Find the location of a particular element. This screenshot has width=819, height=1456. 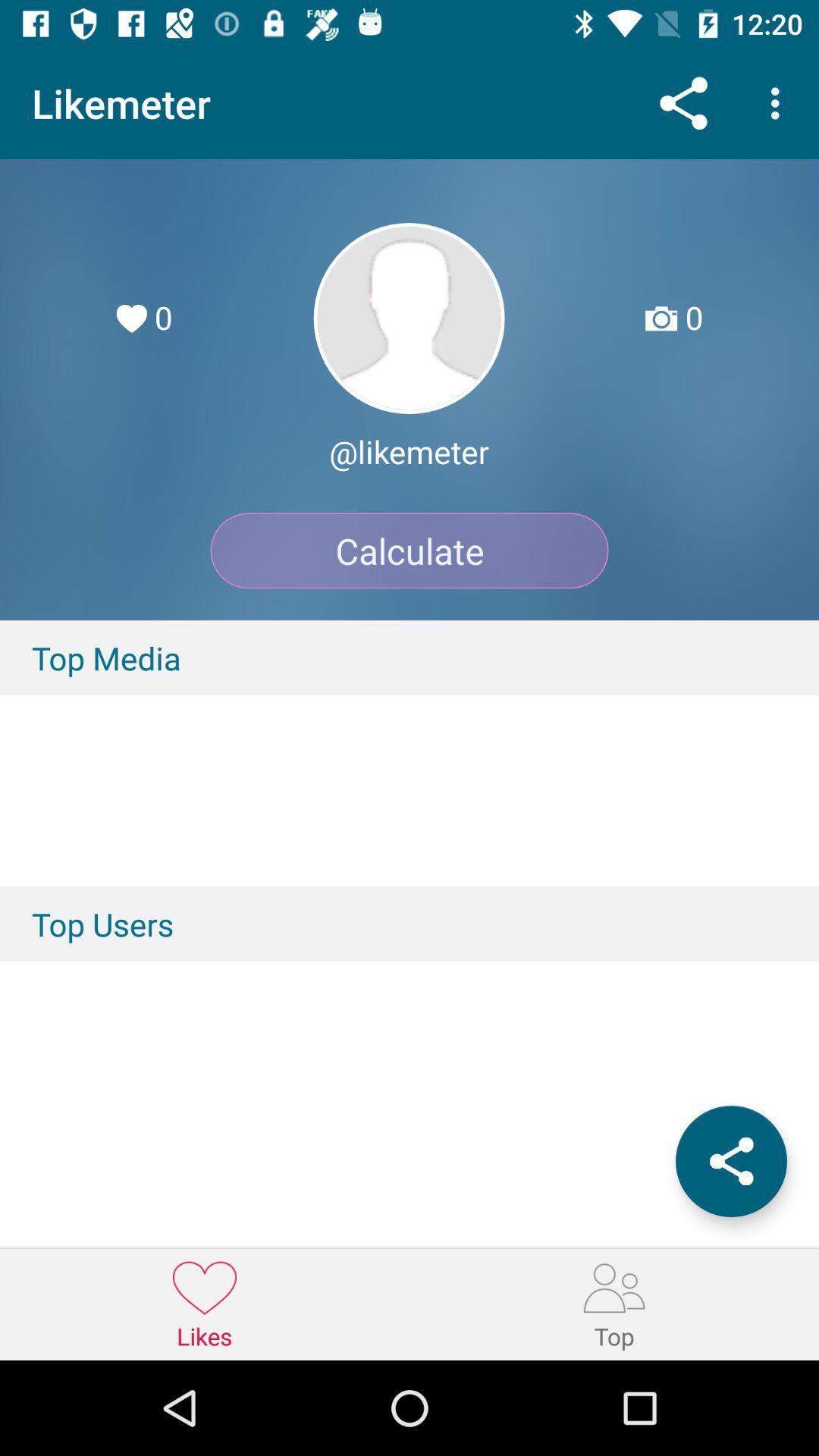

share is located at coordinates (730, 1160).